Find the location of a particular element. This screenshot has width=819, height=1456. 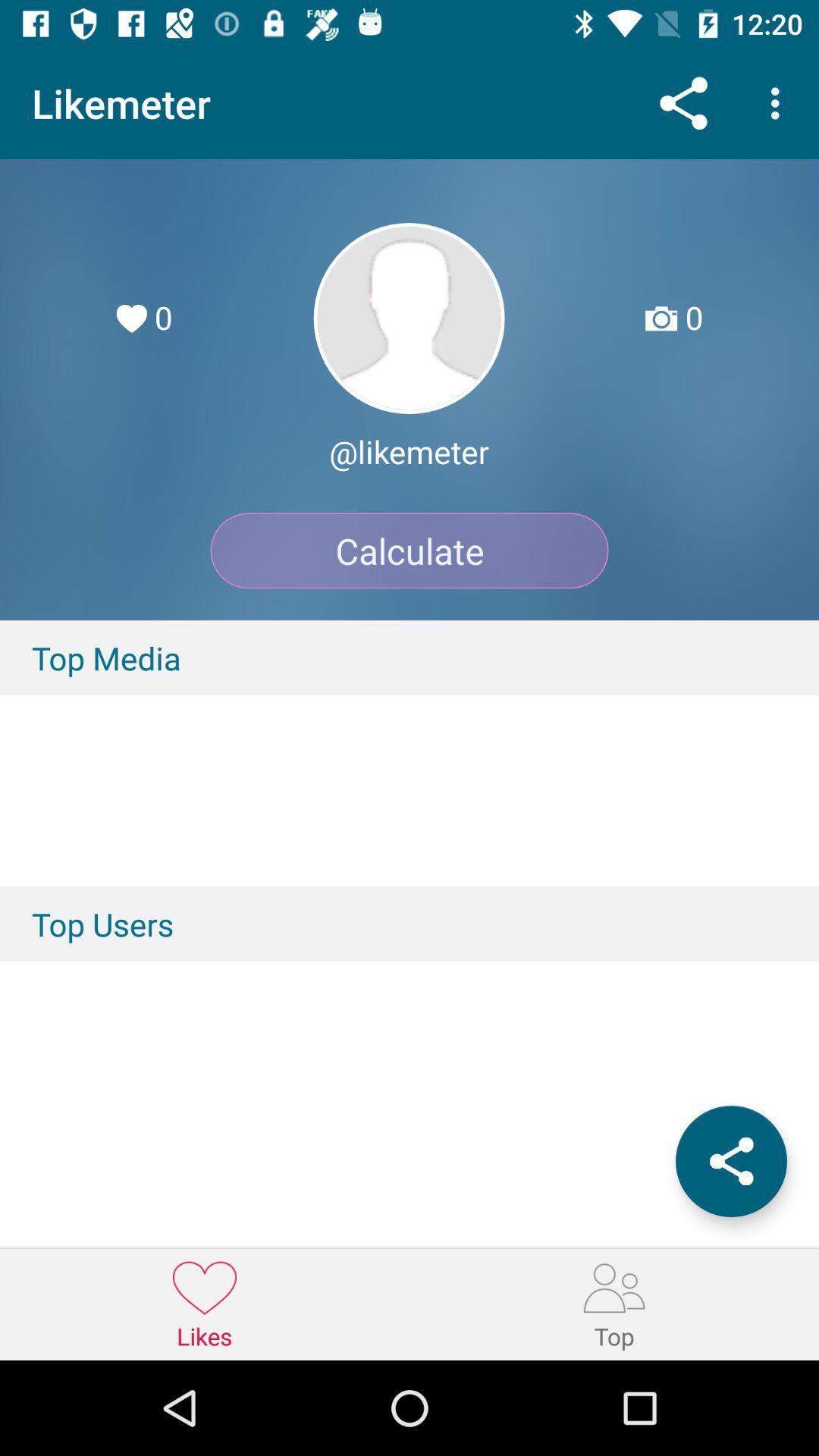

share is located at coordinates (730, 1160).